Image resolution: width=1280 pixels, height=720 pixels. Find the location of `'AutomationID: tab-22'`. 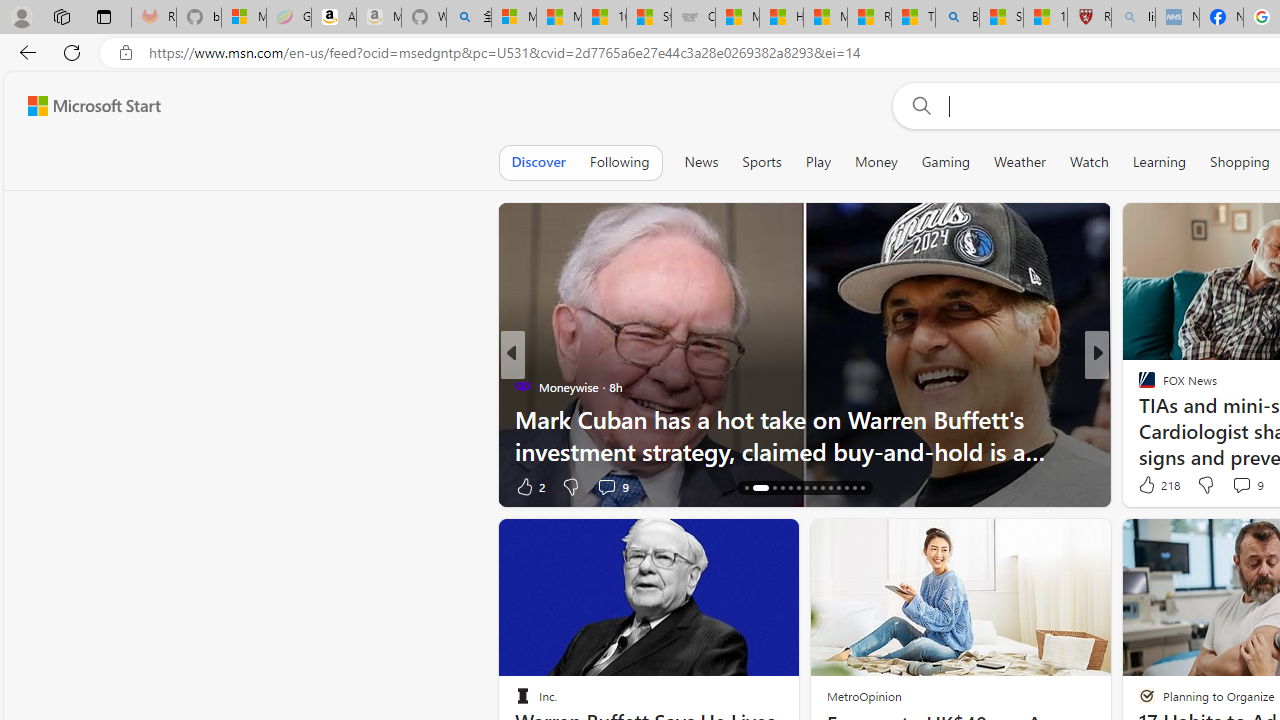

'AutomationID: tab-22' is located at coordinates (814, 488).